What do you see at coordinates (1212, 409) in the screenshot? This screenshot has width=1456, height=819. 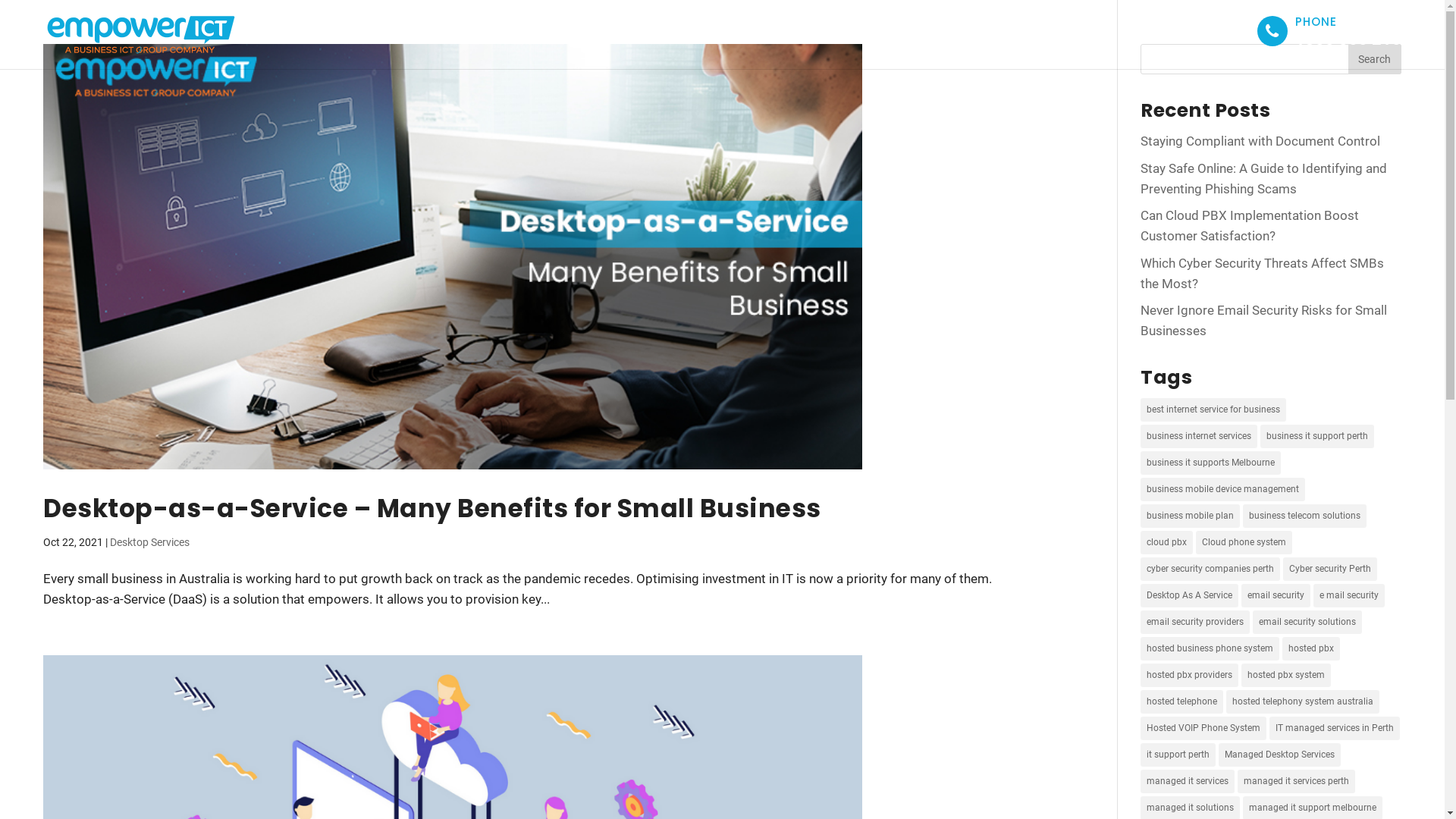 I see `'best internet service for business'` at bounding box center [1212, 409].